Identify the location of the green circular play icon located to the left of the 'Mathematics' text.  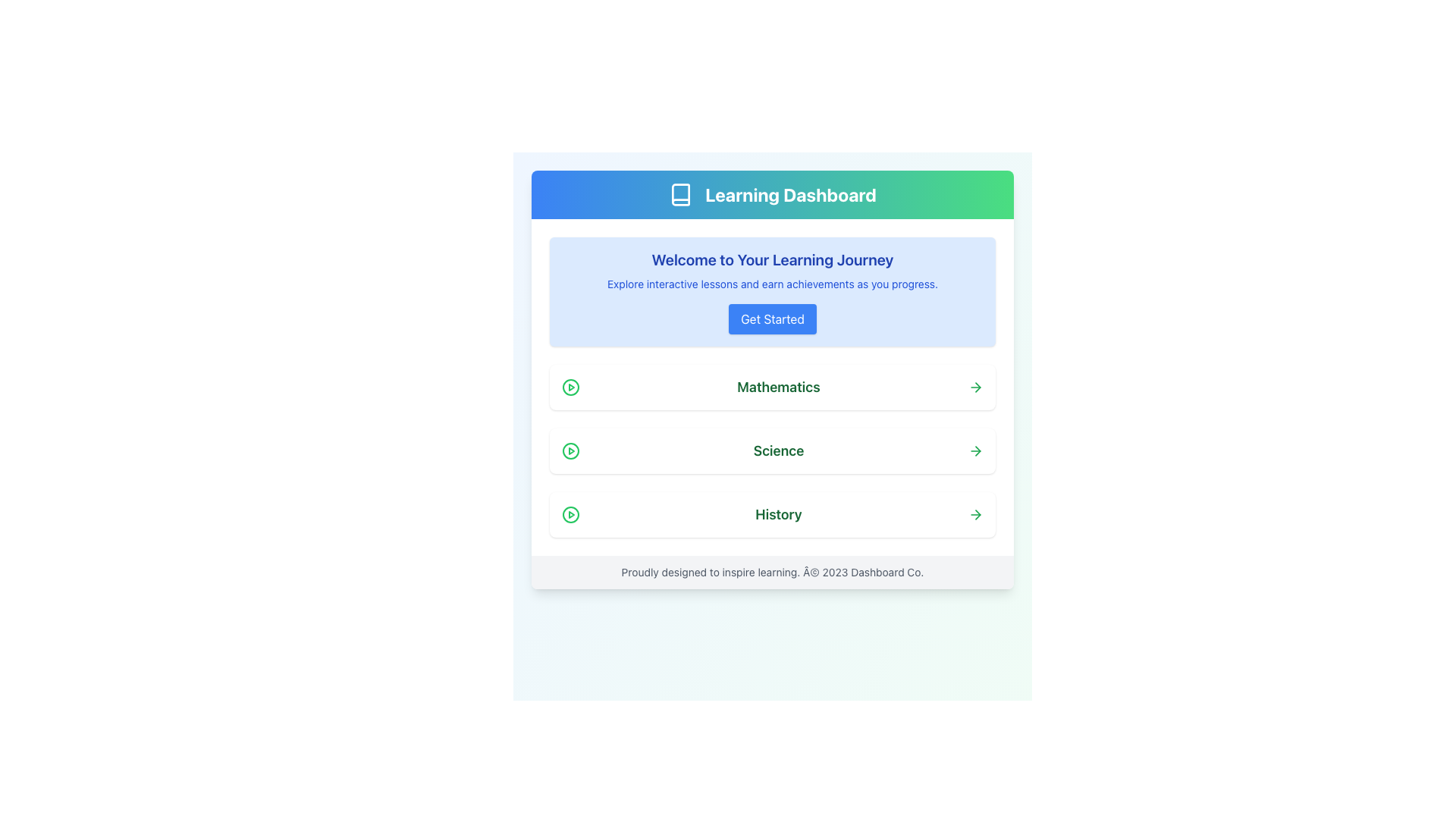
(570, 386).